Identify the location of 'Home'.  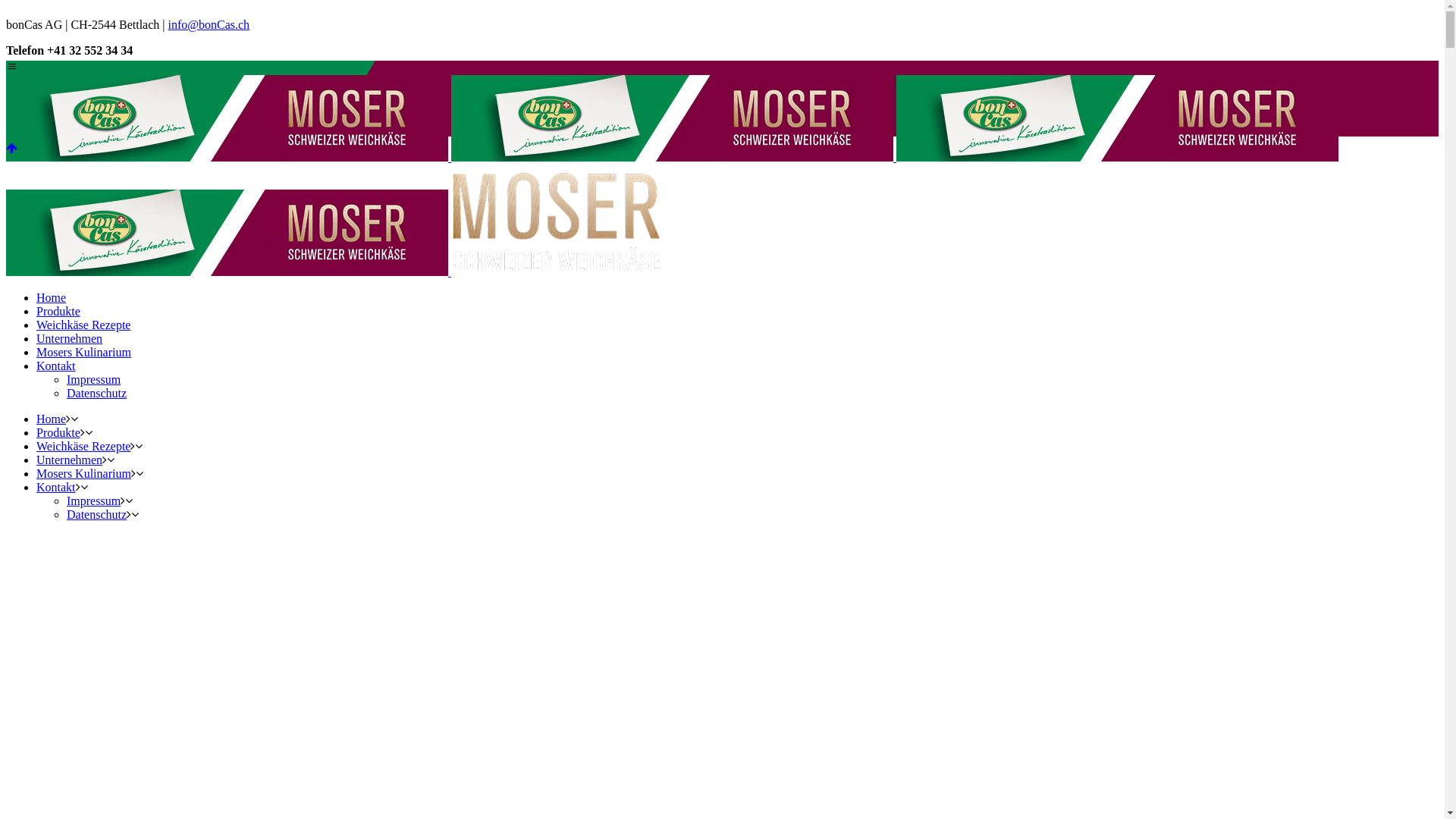
(51, 297).